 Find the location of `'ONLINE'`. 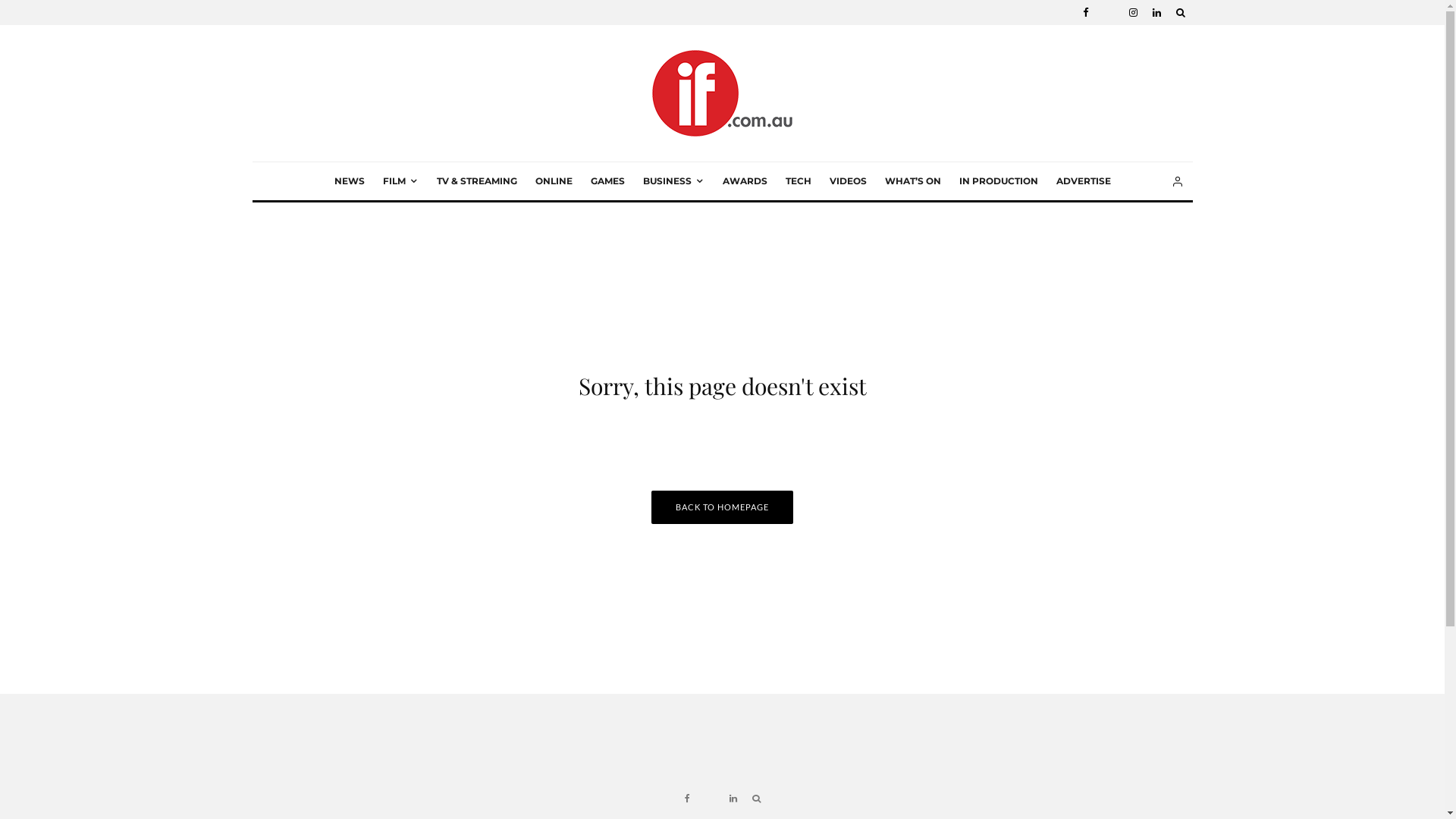

'ONLINE' is located at coordinates (526, 180).